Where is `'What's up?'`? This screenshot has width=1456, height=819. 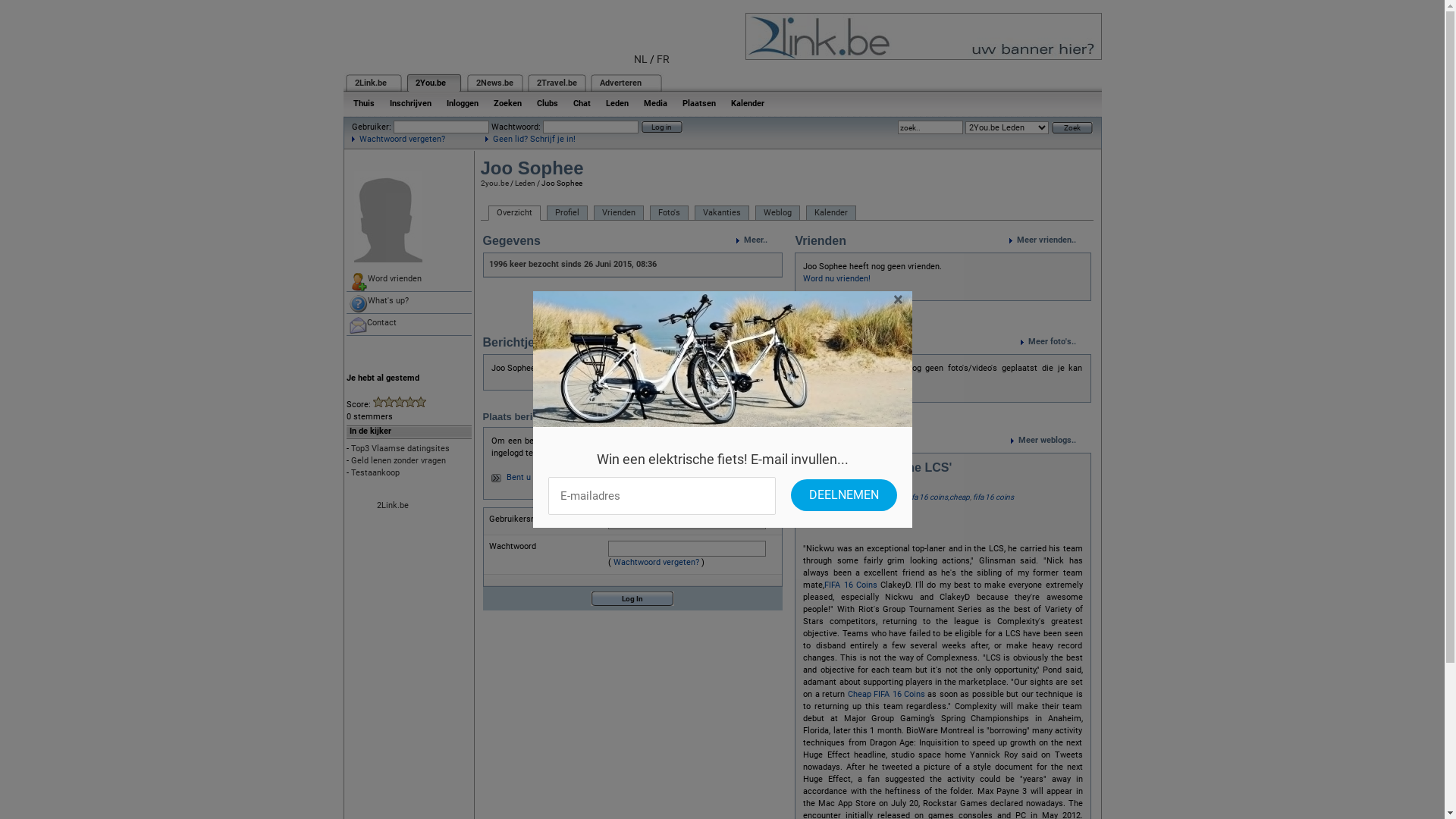
'What's up?' is located at coordinates (408, 303).